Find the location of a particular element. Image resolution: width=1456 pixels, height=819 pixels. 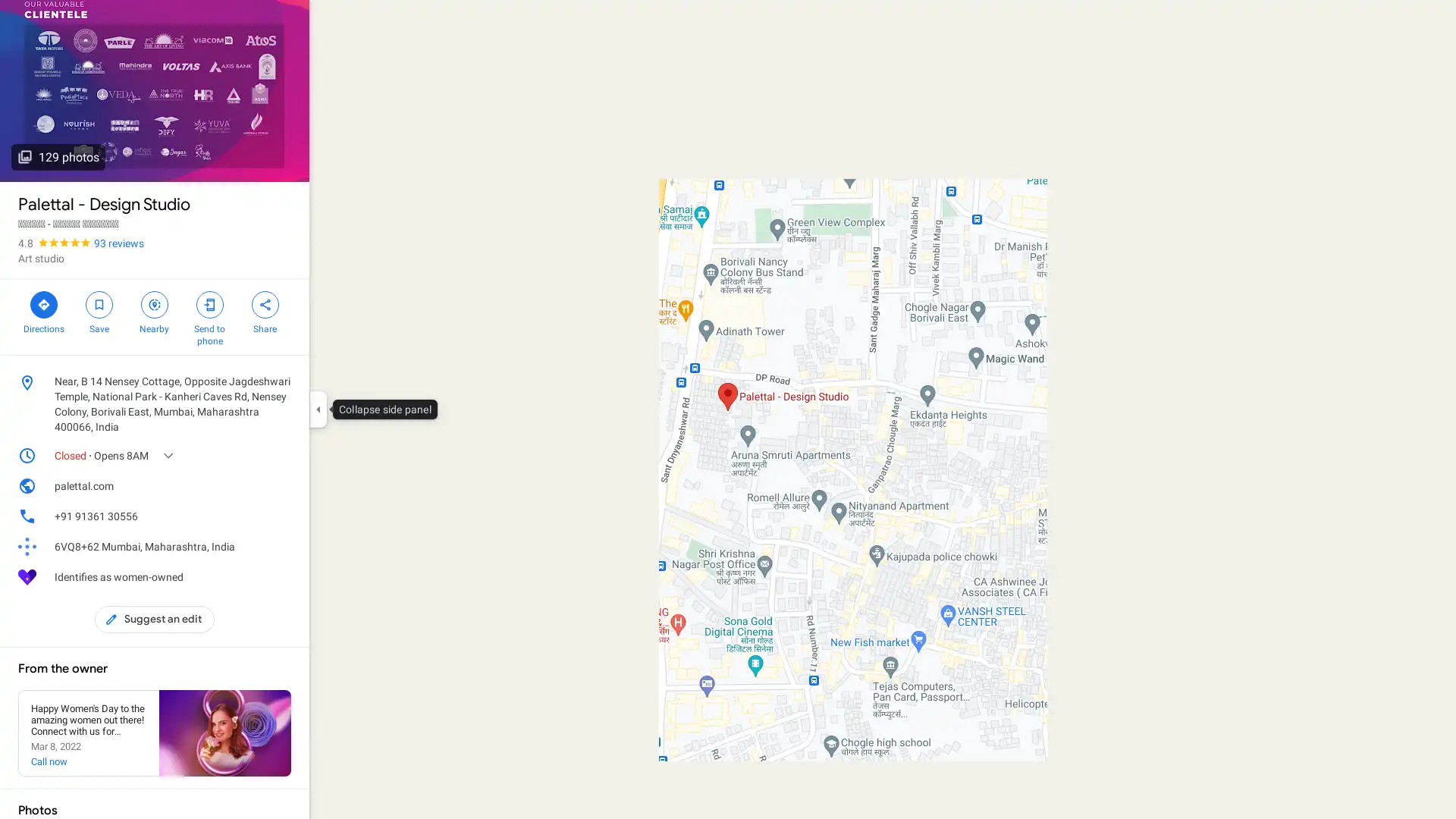

Menu is located at coordinates (27, 26).